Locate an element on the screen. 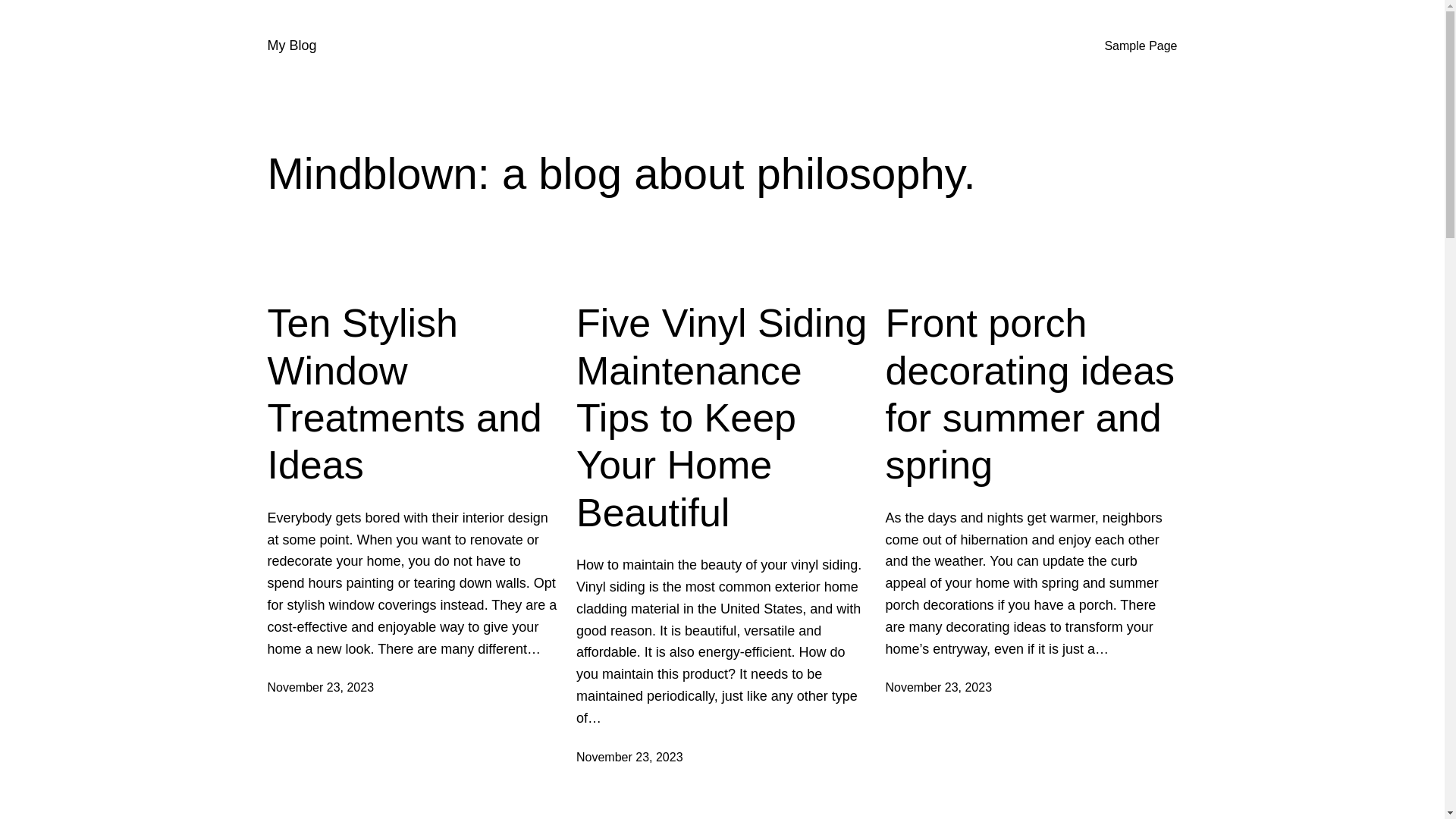 The image size is (1456, 819). 'November 23, 2023' is located at coordinates (629, 757).